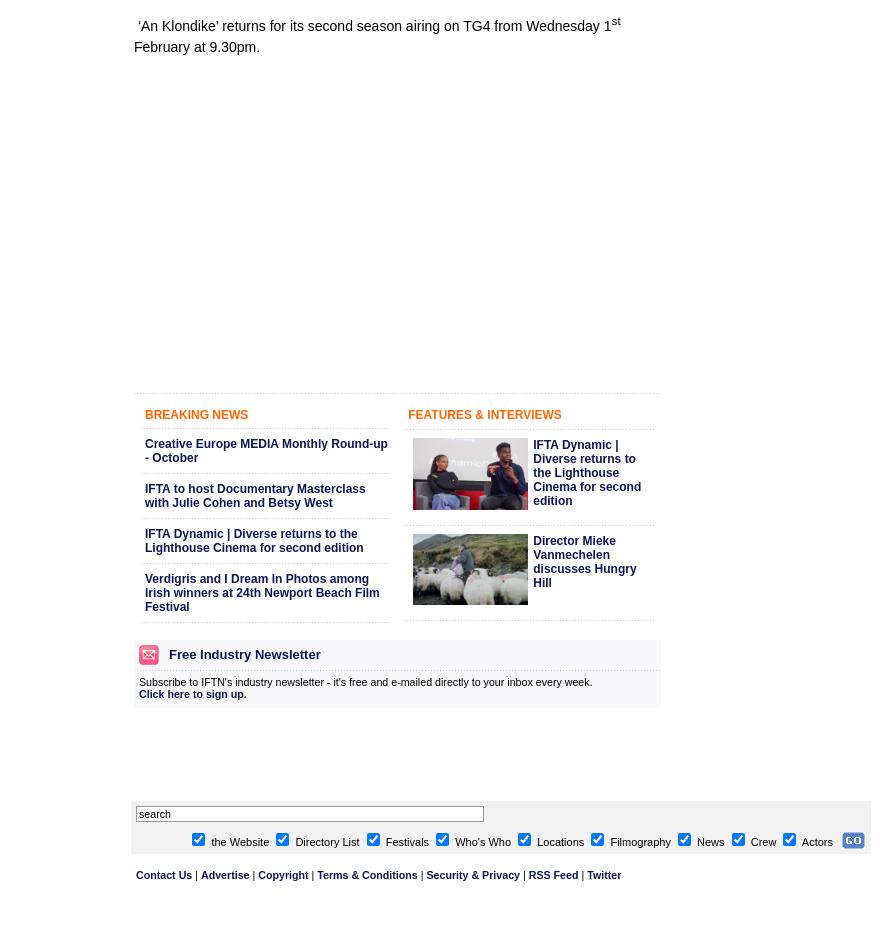 This screenshot has height=936, width=880. What do you see at coordinates (192, 693) in the screenshot?
I see `'Click here  to sign up.'` at bounding box center [192, 693].